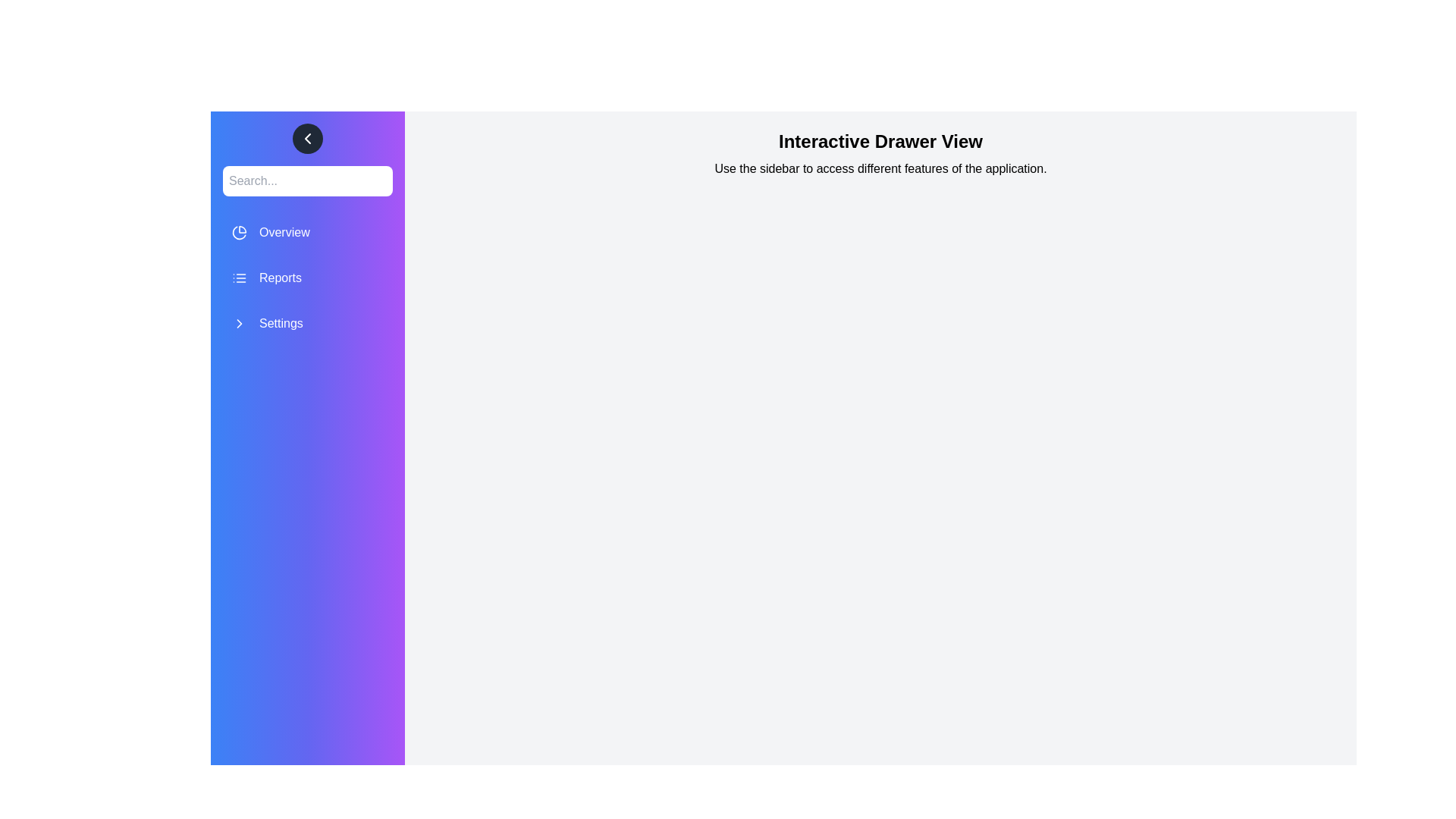  I want to click on the text 'Interactive Drawer View' in the main content area, so click(422, 128).